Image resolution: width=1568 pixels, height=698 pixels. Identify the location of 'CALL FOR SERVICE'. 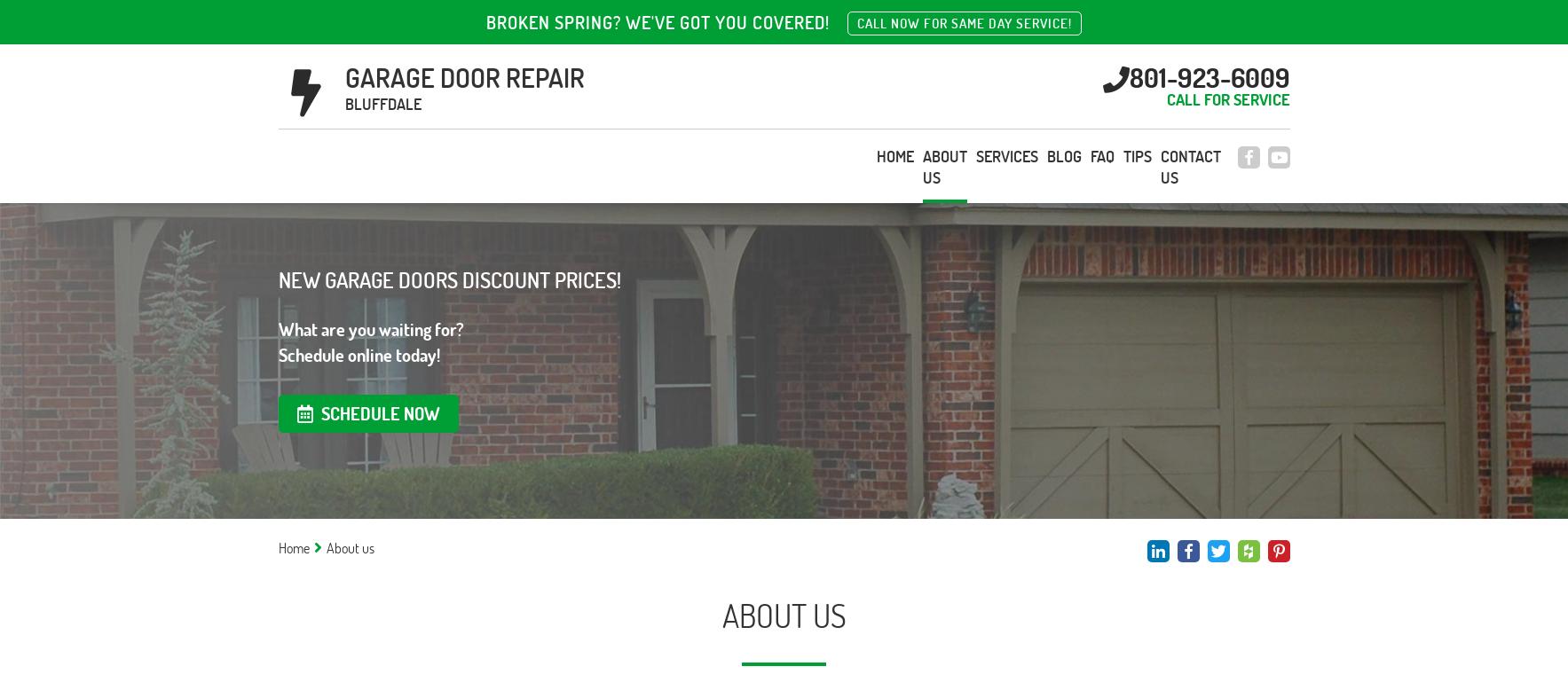
(1164, 98).